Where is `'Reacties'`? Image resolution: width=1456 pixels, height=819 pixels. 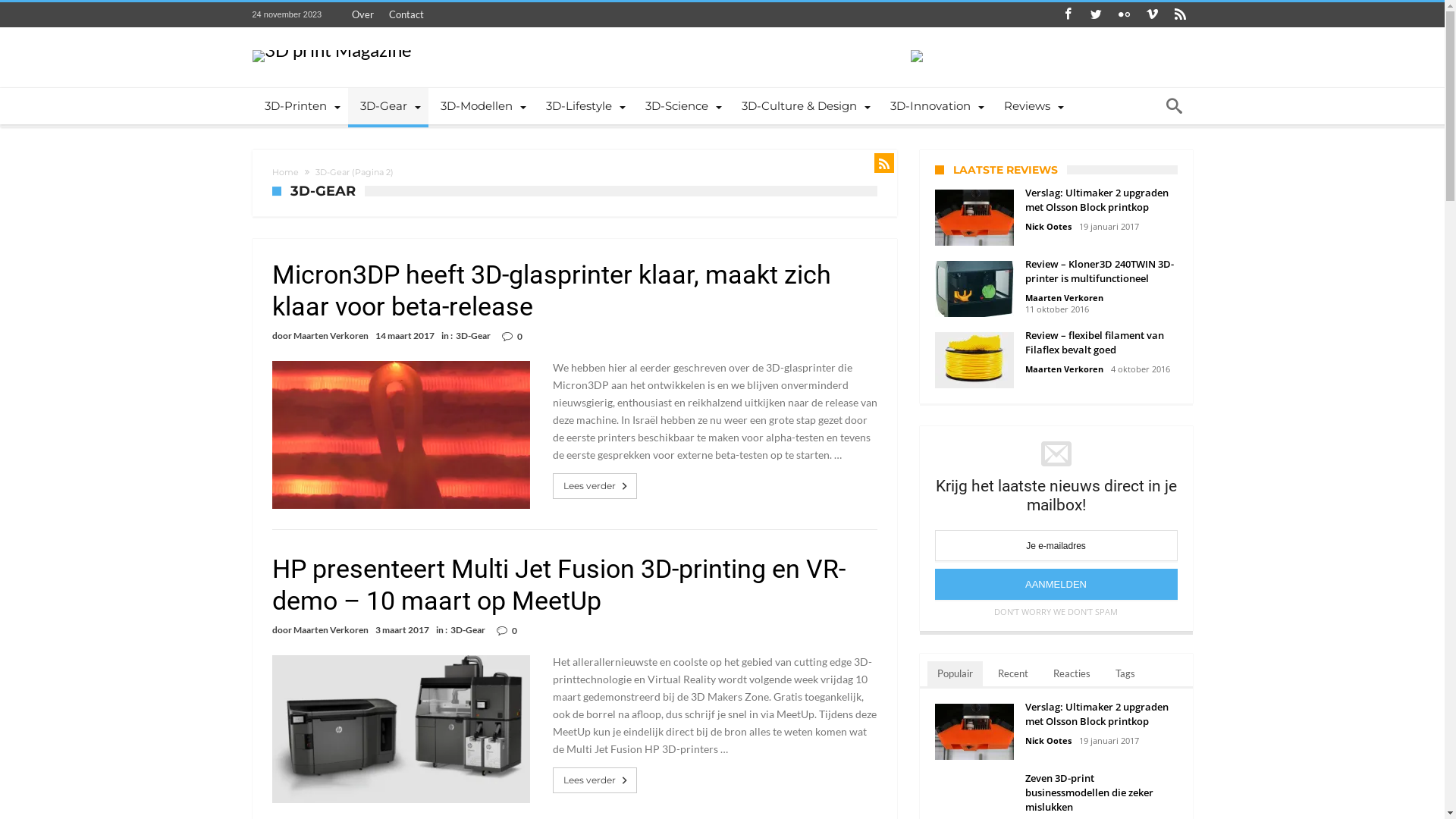
'Reacties' is located at coordinates (1071, 674).